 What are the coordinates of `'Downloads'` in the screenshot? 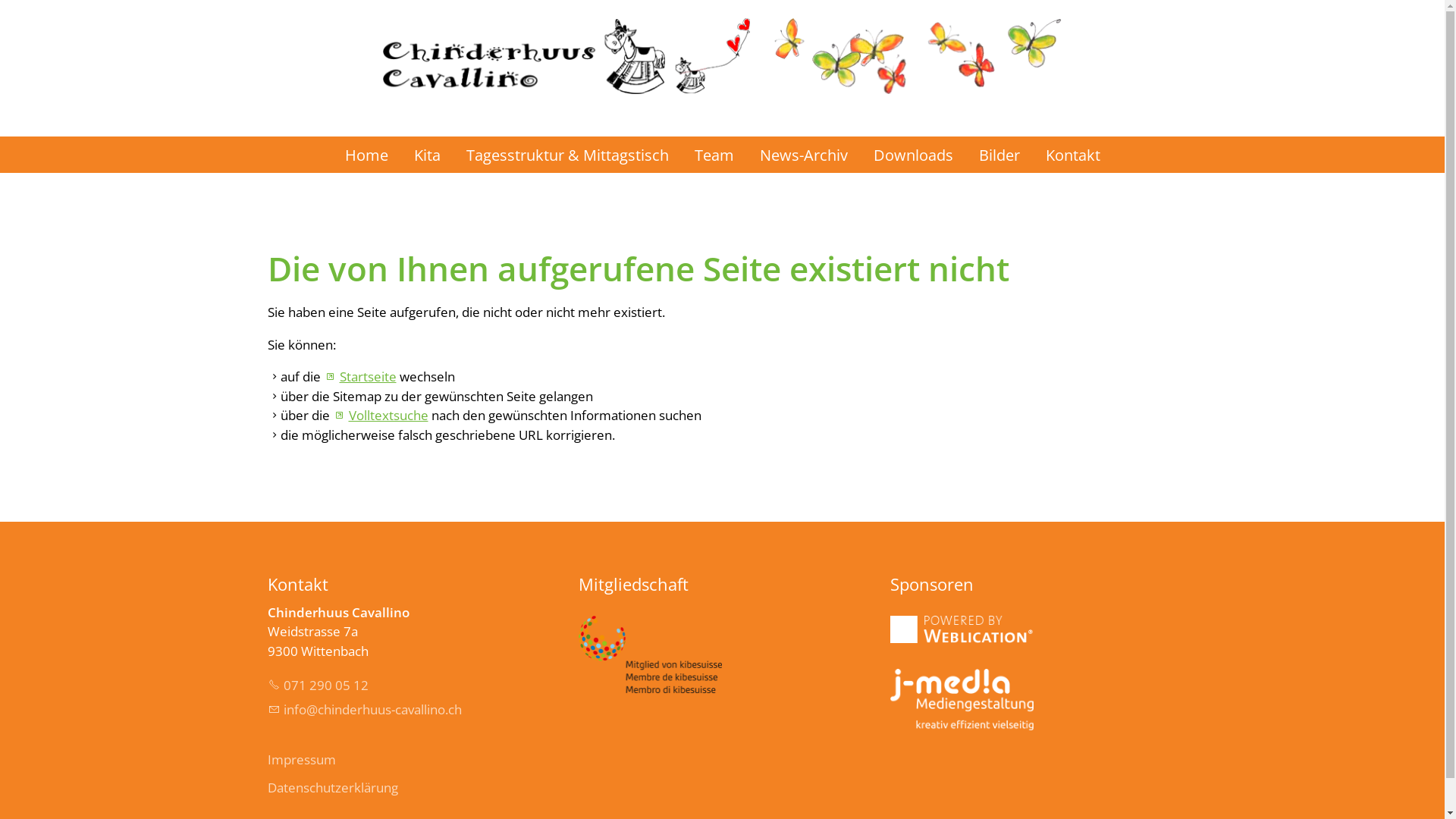 It's located at (912, 155).